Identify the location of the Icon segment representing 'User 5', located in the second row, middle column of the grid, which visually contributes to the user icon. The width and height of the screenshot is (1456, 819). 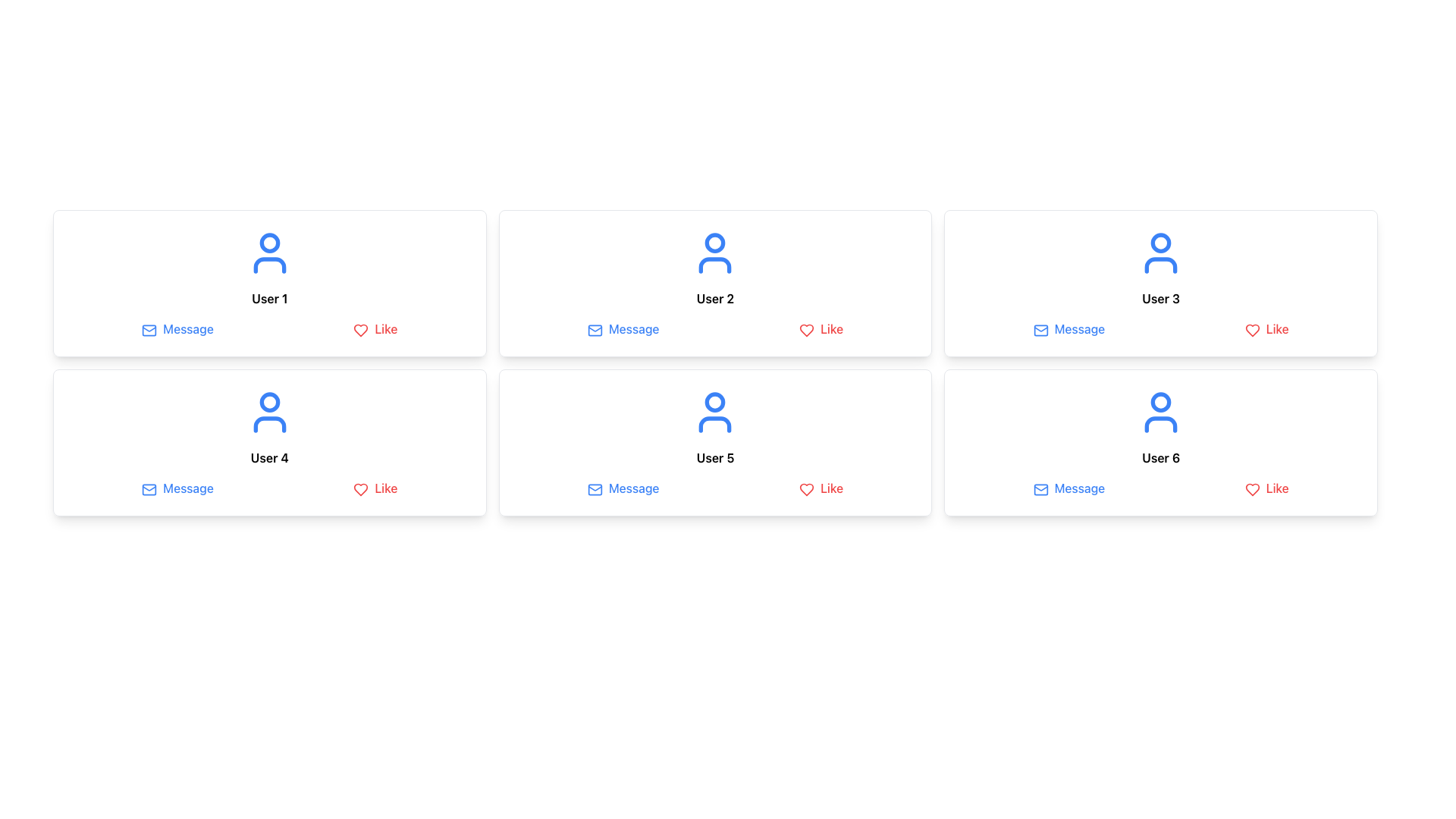
(714, 424).